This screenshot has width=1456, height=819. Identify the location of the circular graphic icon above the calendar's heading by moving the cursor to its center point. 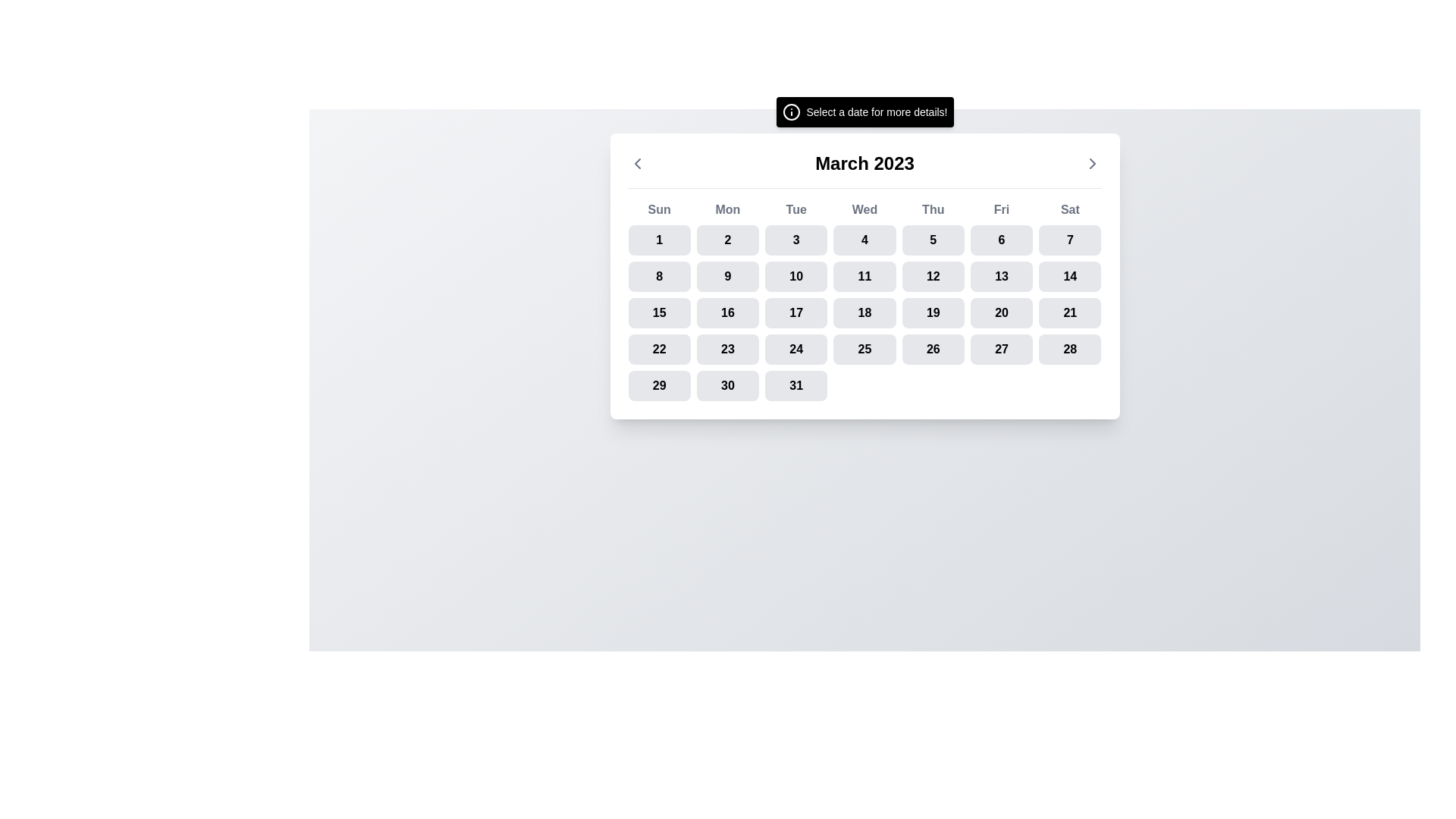
(790, 111).